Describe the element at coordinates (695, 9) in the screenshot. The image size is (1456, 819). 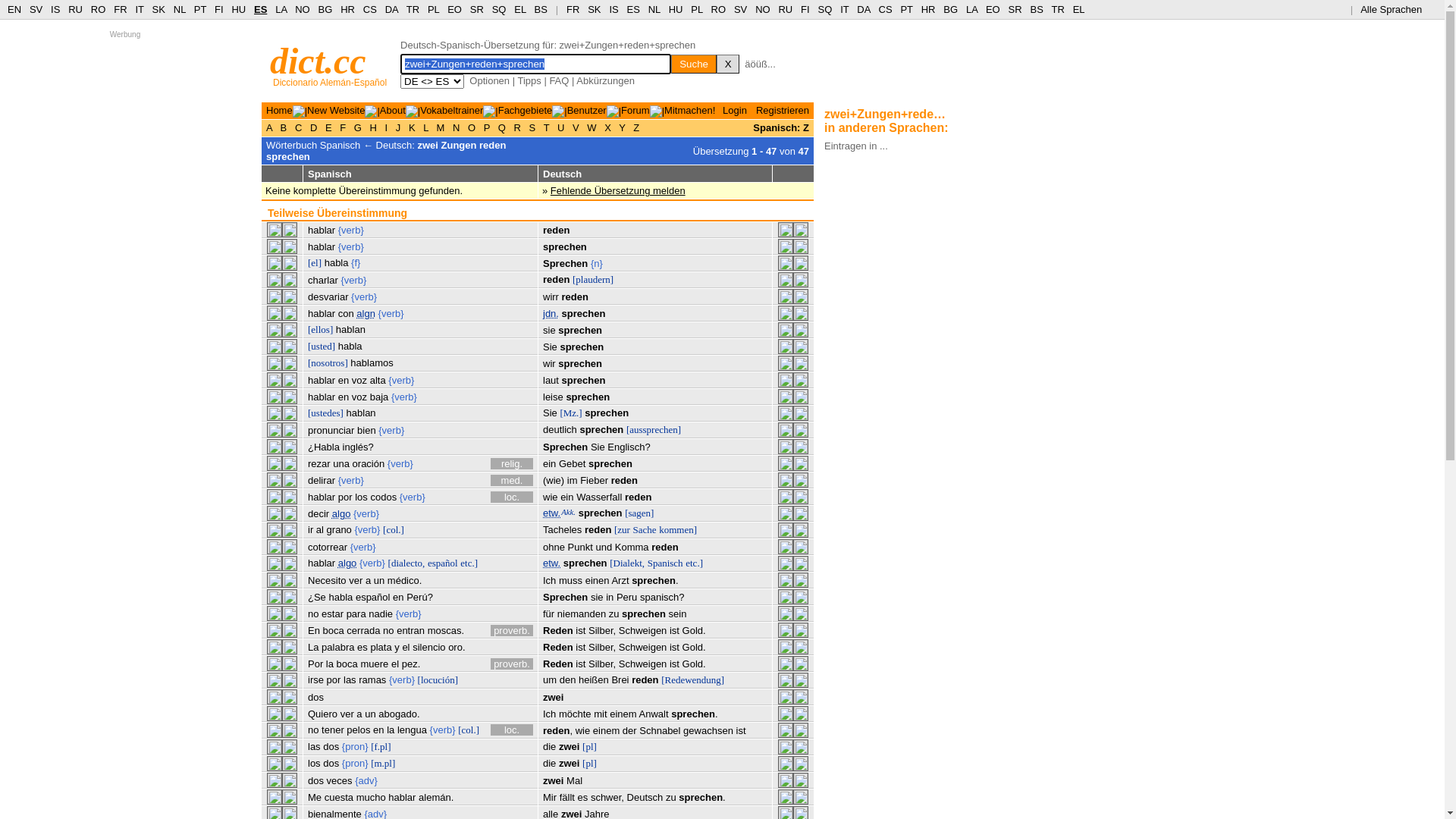
I see `'PL'` at that location.